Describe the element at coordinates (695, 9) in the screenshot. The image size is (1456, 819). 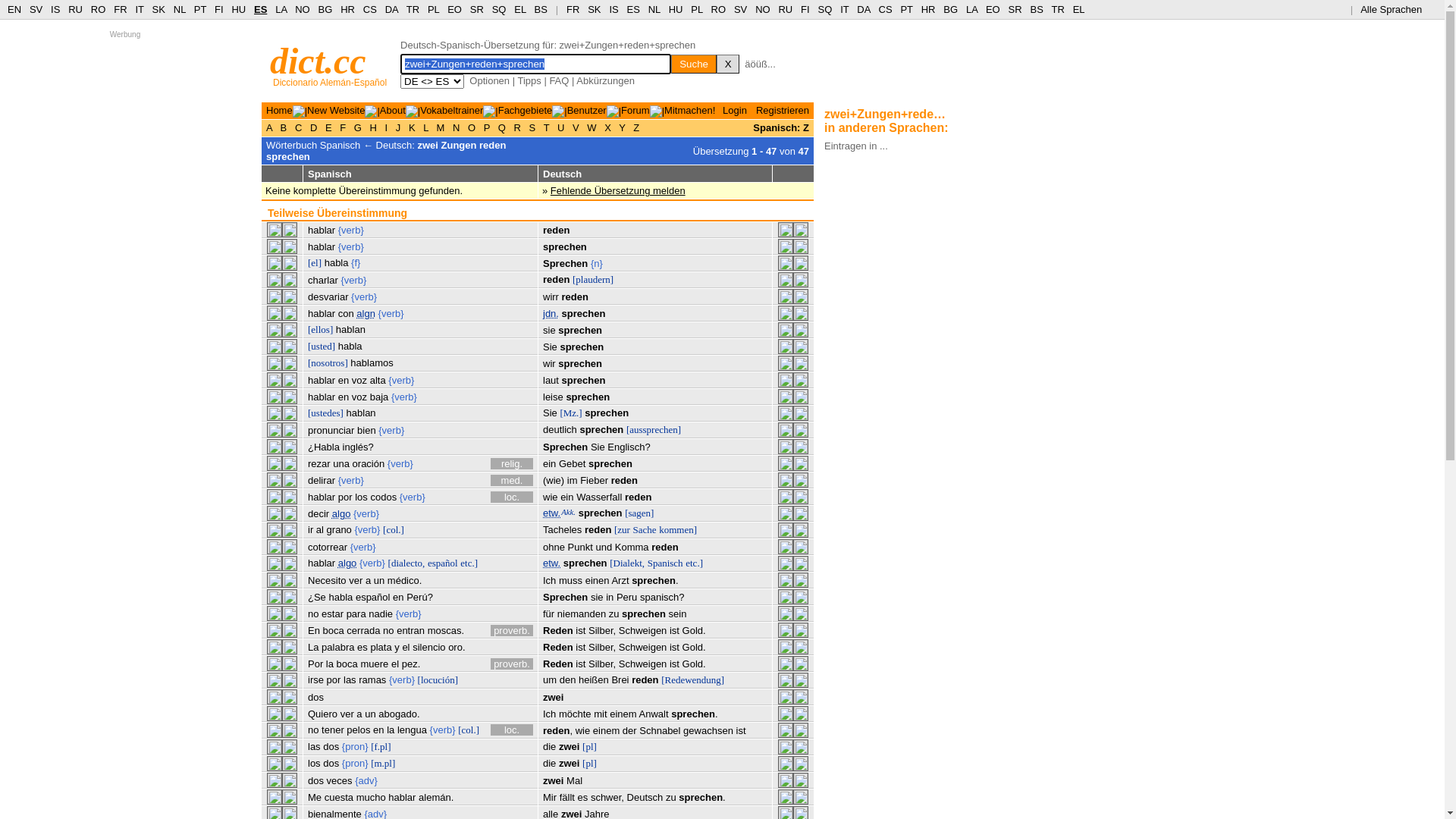
I see `'PL'` at that location.